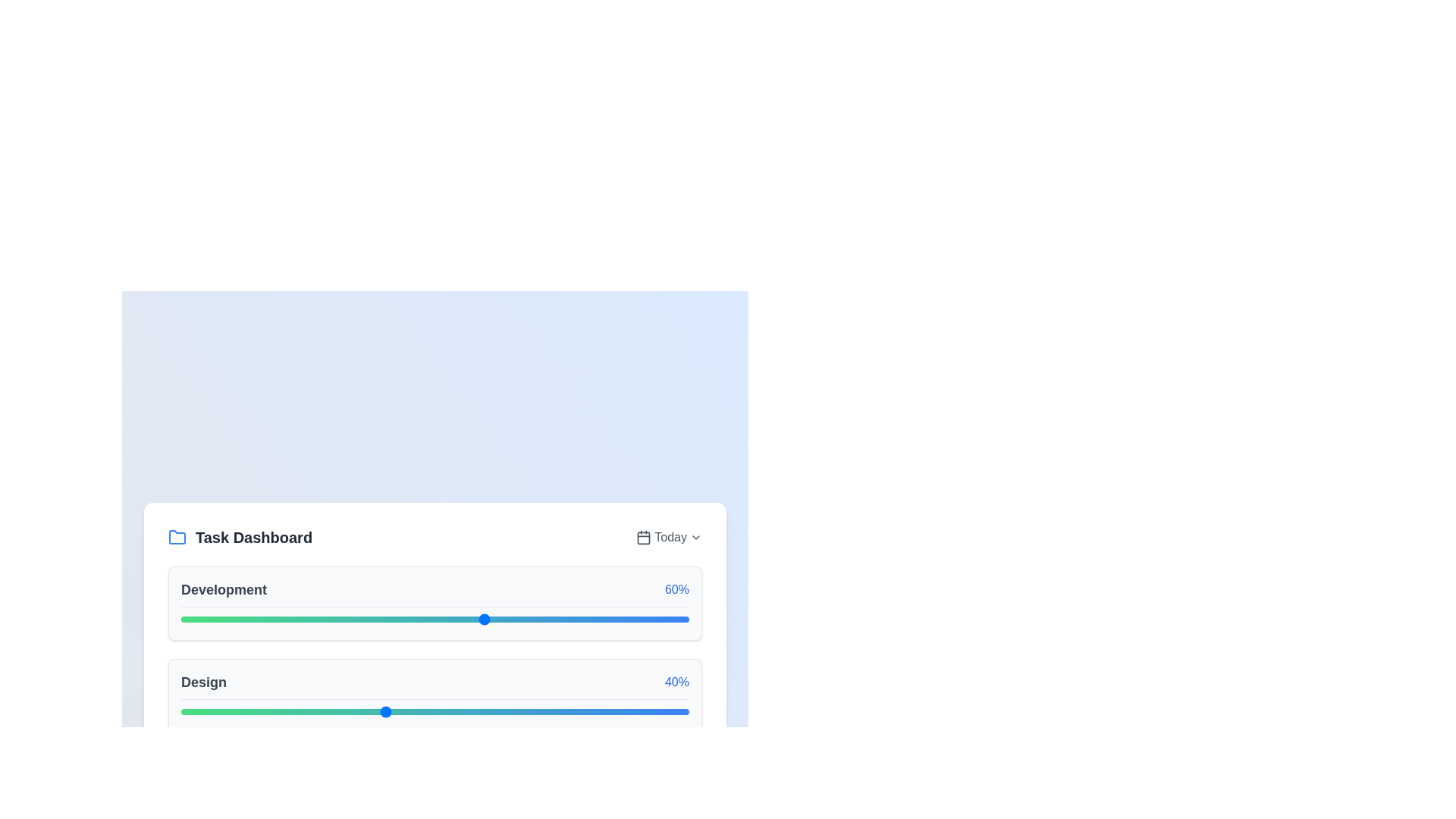 Image resolution: width=1456 pixels, height=819 pixels. What do you see at coordinates (435, 602) in the screenshot?
I see `the progress bar of the 'Development' progress component, which shows 60% completion and is located in the 'Task Dashboard'` at bounding box center [435, 602].